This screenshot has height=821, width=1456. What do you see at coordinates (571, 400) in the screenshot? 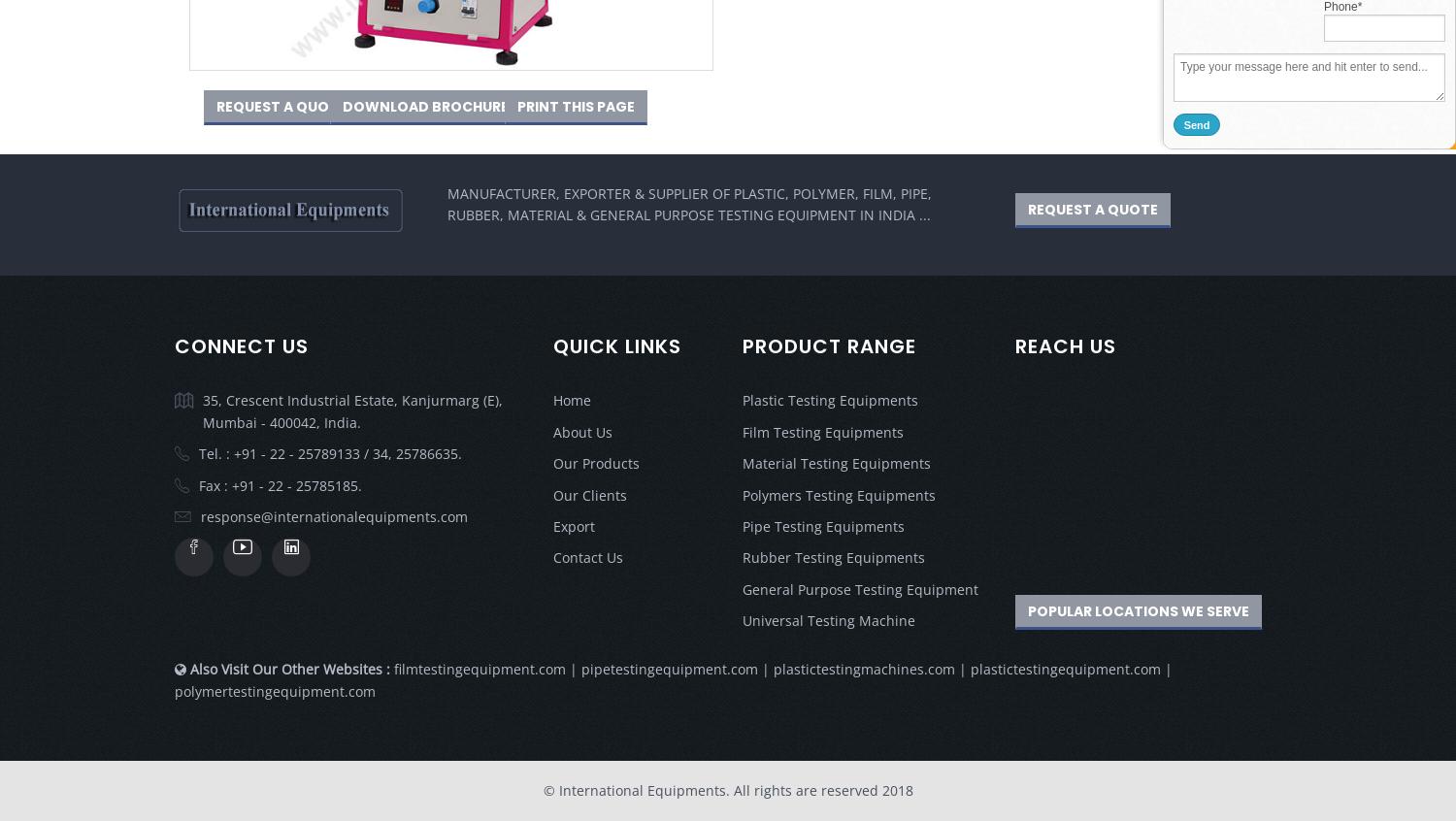
I see `'Home'` at bounding box center [571, 400].